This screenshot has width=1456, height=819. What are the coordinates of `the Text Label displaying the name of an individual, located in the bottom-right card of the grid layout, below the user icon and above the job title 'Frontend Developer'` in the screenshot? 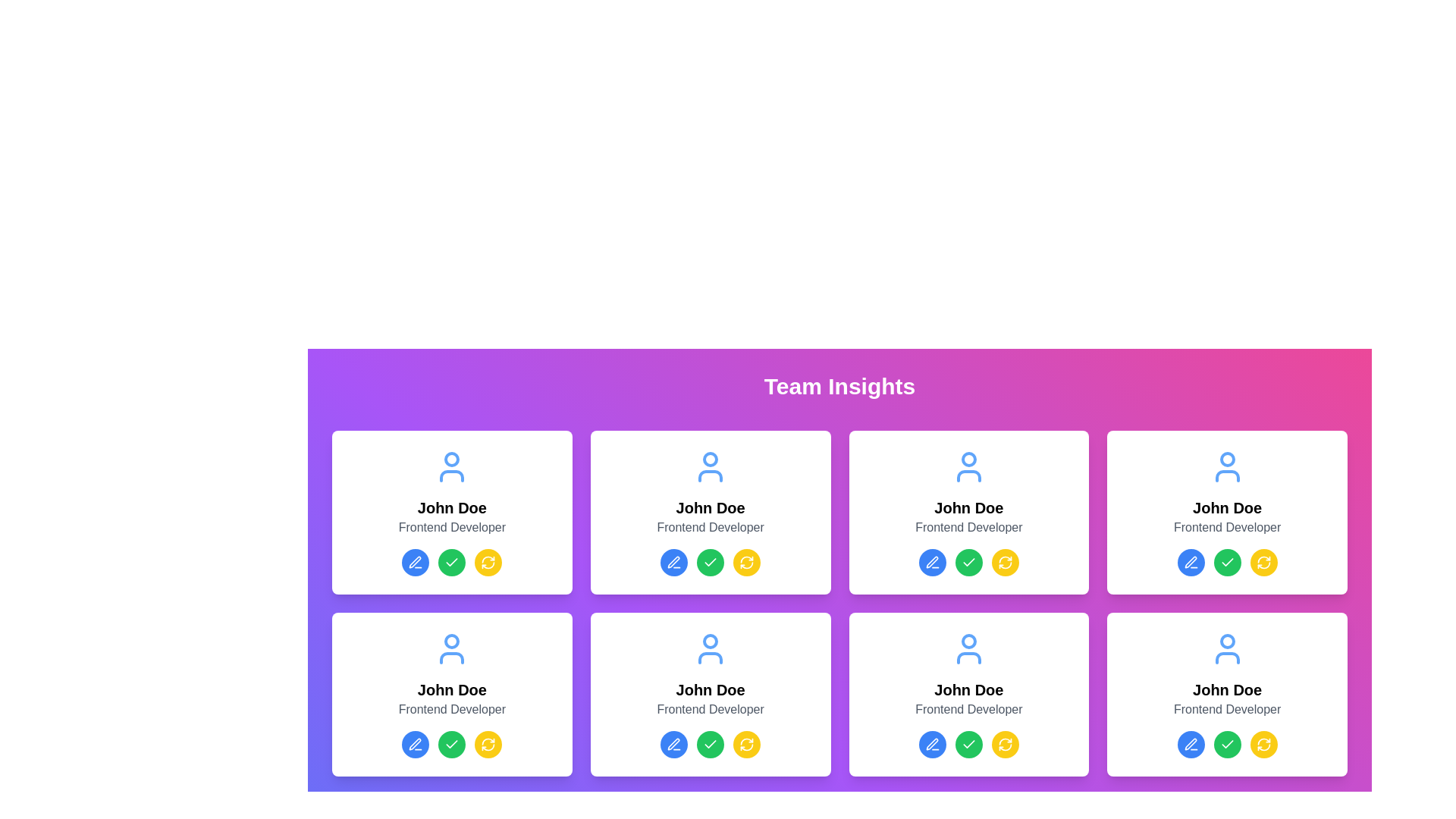 It's located at (1227, 690).